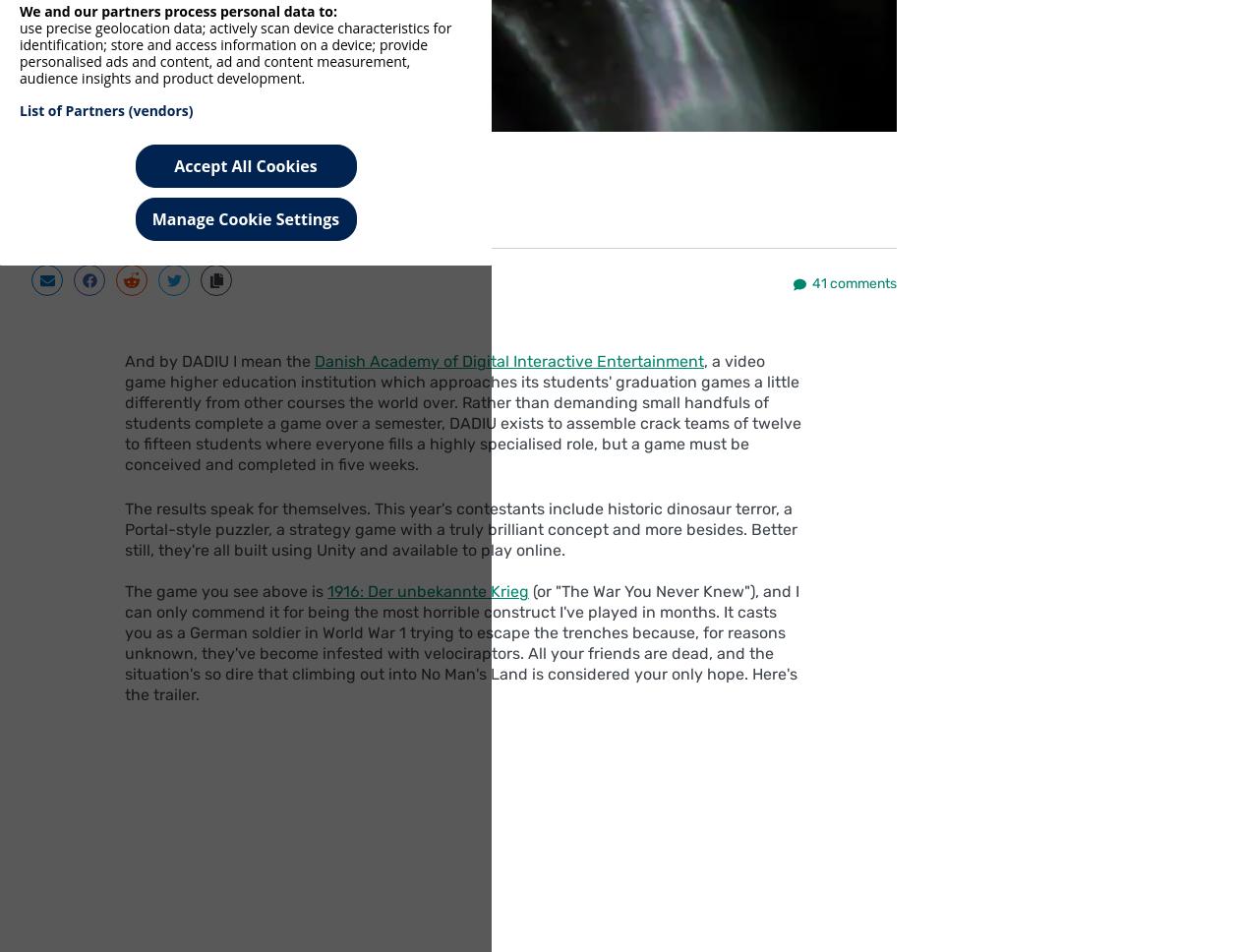  What do you see at coordinates (125, 528) in the screenshot?
I see `'The results speak for themselves. This year's contestants include historic dinosaur terror, a Portal-style puzzler, a strategy game with a truly brilliant concept and more besides. Better still, they're all built using Unity and available to play online.'` at bounding box center [125, 528].